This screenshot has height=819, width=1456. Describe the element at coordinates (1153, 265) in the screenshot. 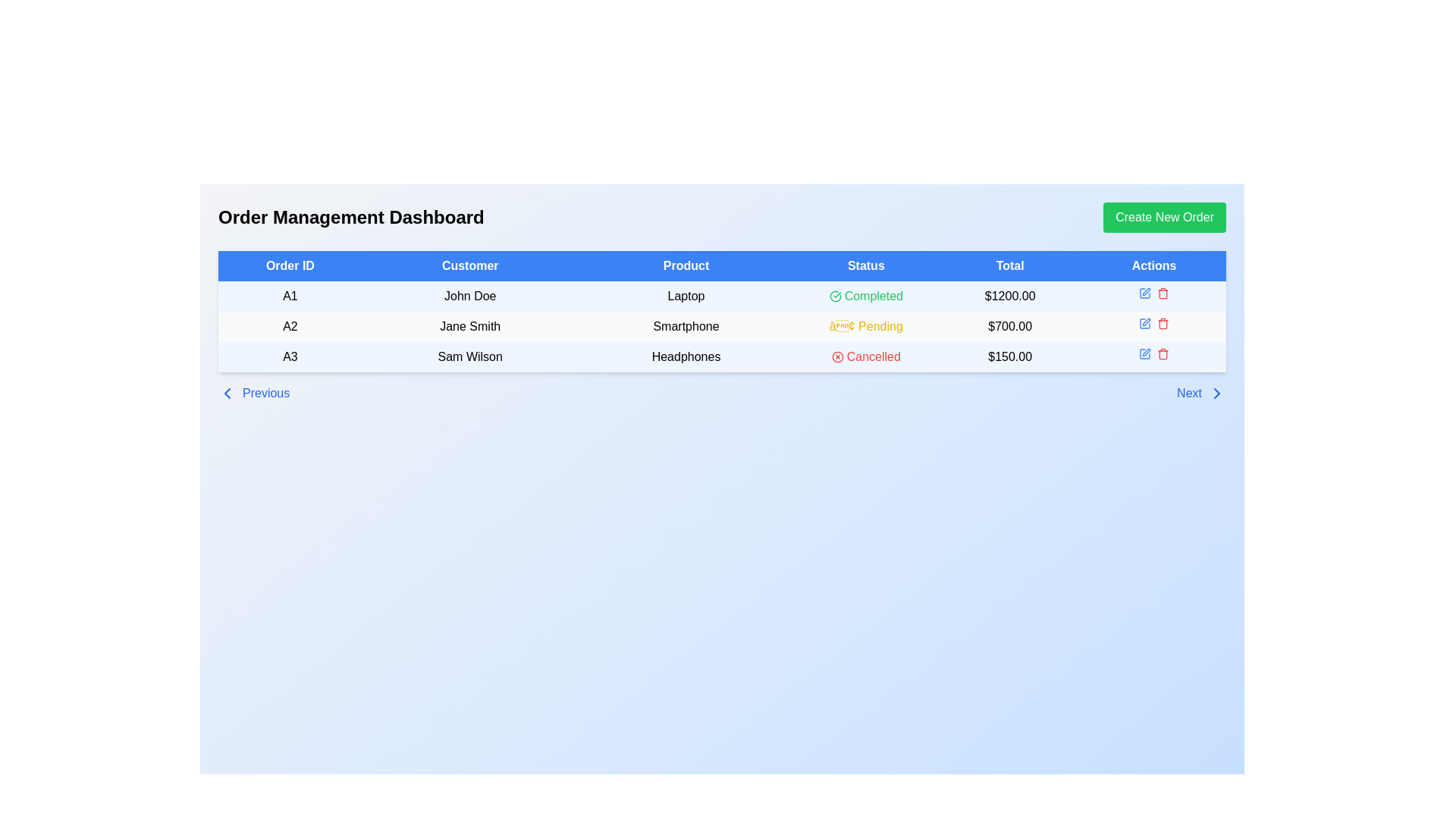

I see `the Table Header labeled 'Actions' with a blue background and white text, located in the top-right of the table, next to the 'Total' header` at that location.